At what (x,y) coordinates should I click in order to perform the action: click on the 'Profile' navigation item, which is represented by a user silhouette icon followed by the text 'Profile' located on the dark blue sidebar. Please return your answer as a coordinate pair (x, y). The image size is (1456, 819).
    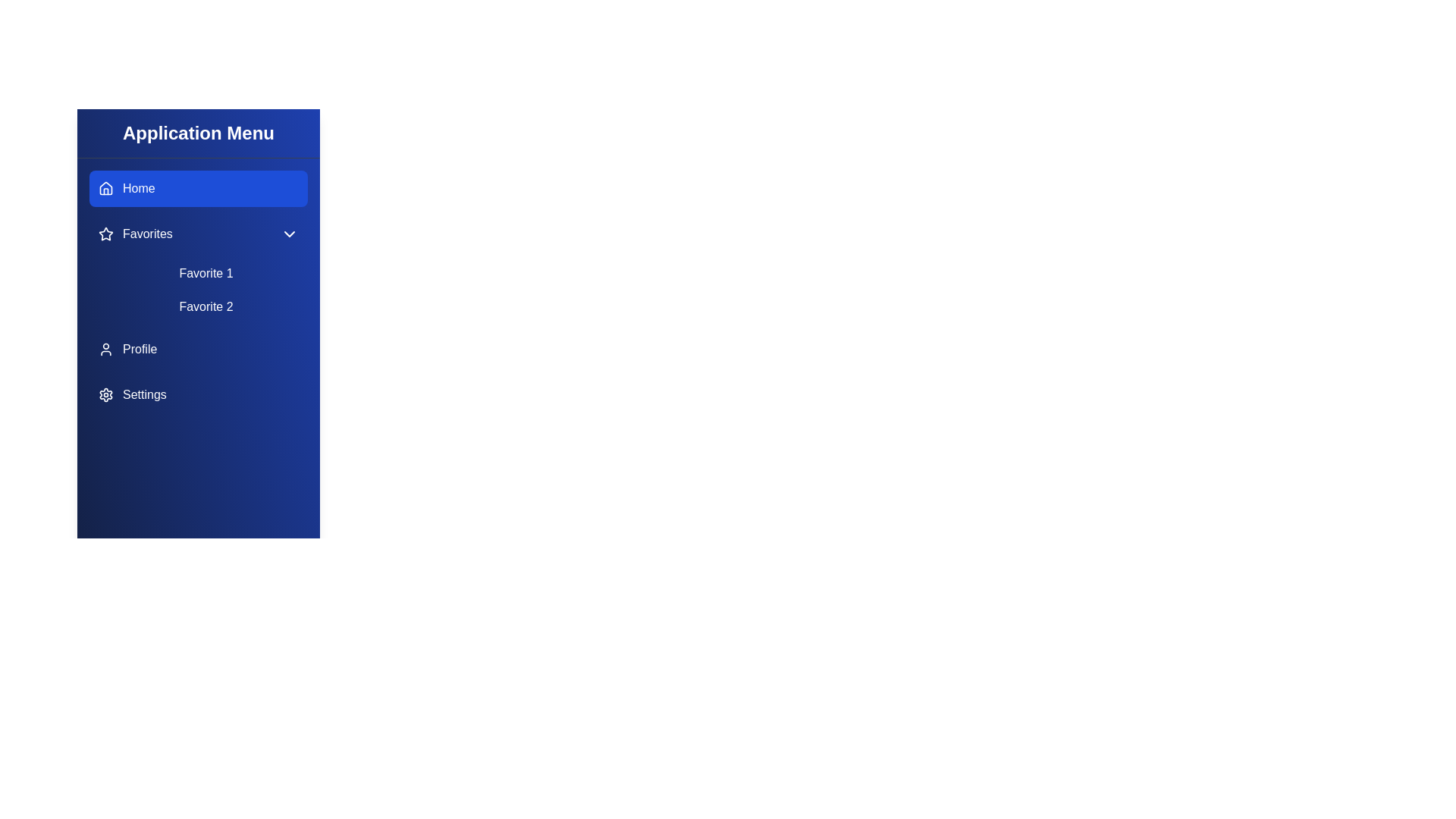
    Looking at the image, I should click on (127, 350).